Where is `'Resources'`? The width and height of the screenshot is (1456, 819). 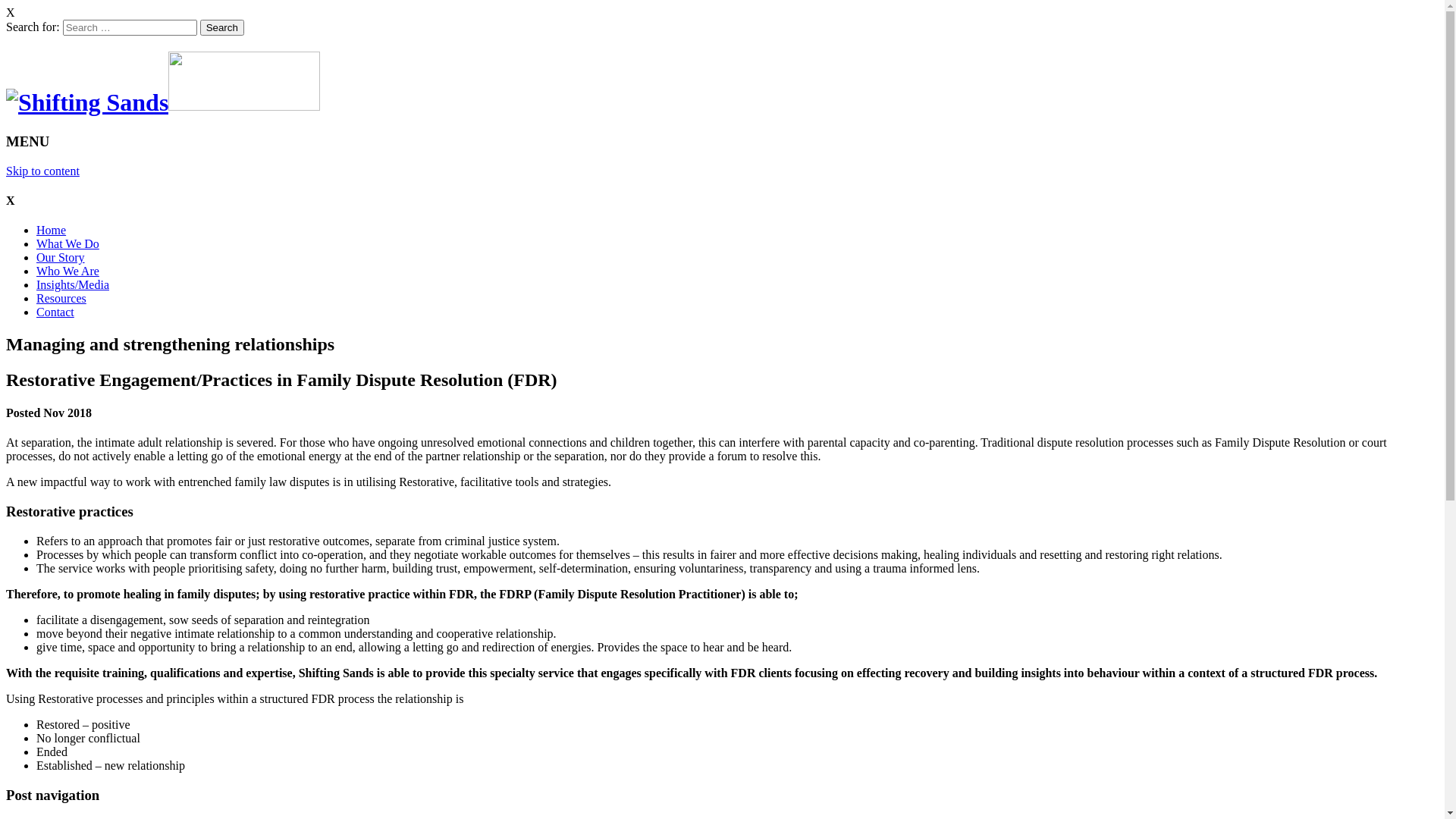
'Resources' is located at coordinates (61, 298).